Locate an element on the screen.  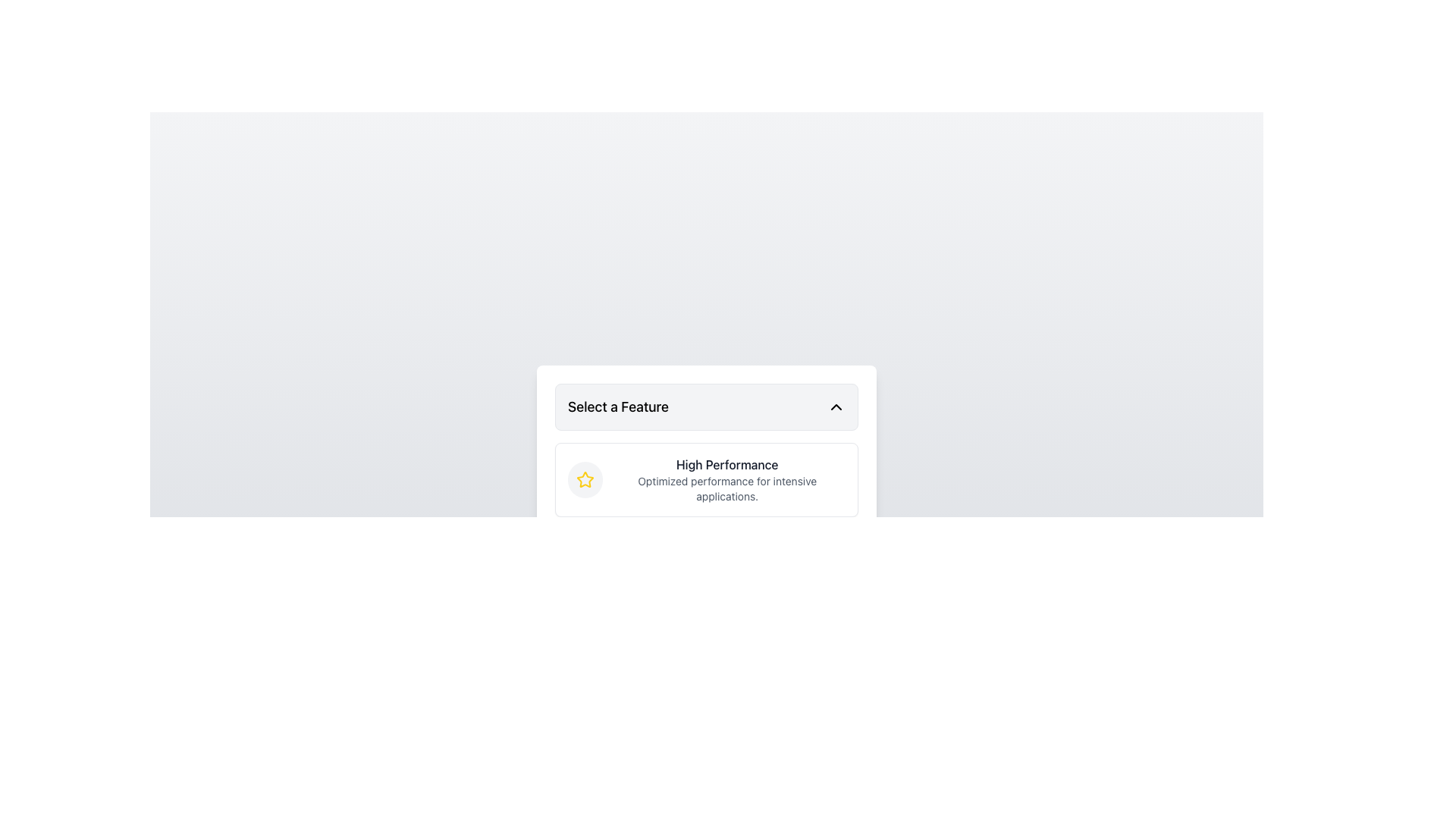
text string styled in a small gray font that says 'Optimized performance for intensive applications.' located directly below the bold header 'High Performance' is located at coordinates (726, 488).